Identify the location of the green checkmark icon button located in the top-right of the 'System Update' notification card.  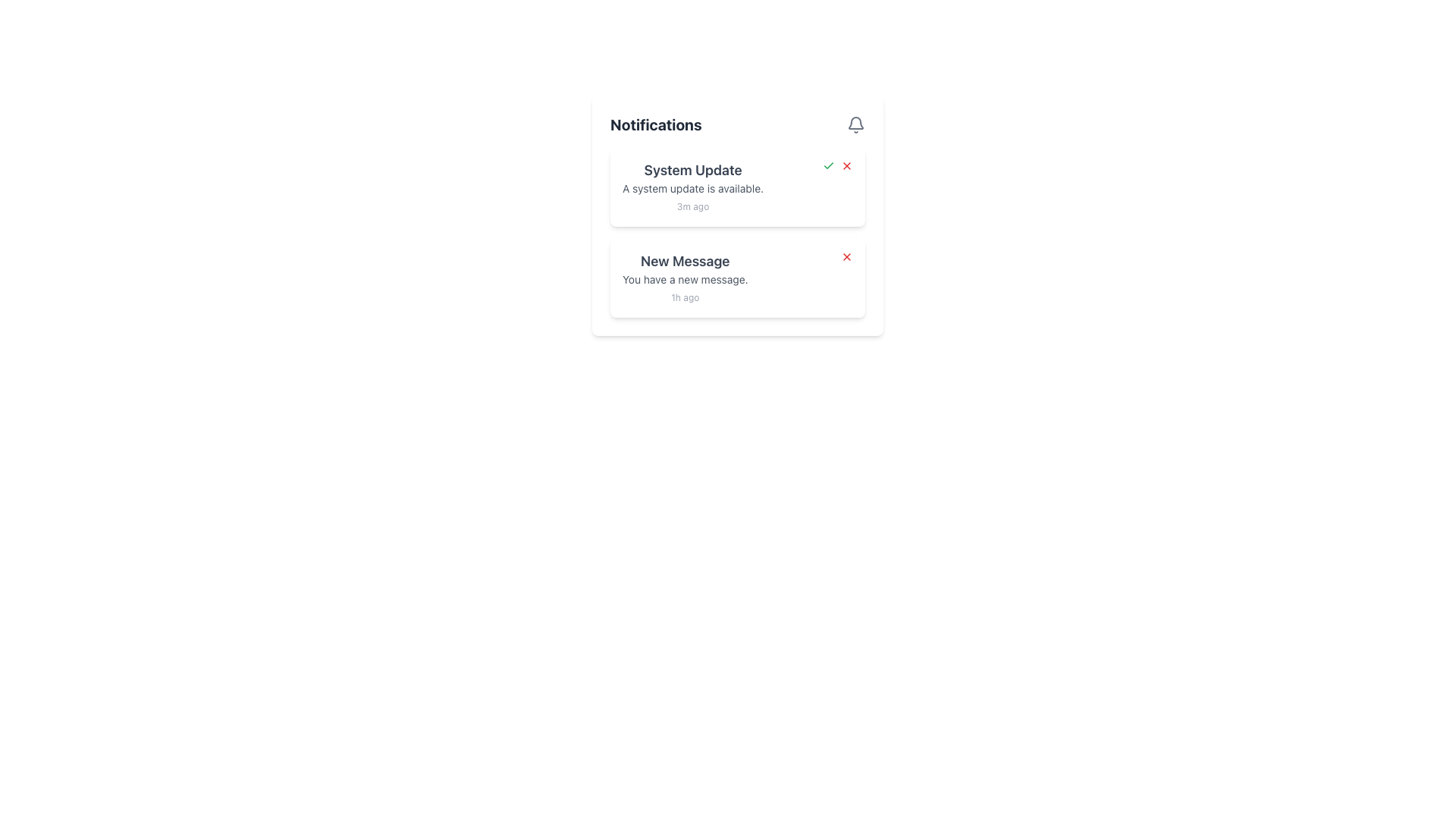
(828, 166).